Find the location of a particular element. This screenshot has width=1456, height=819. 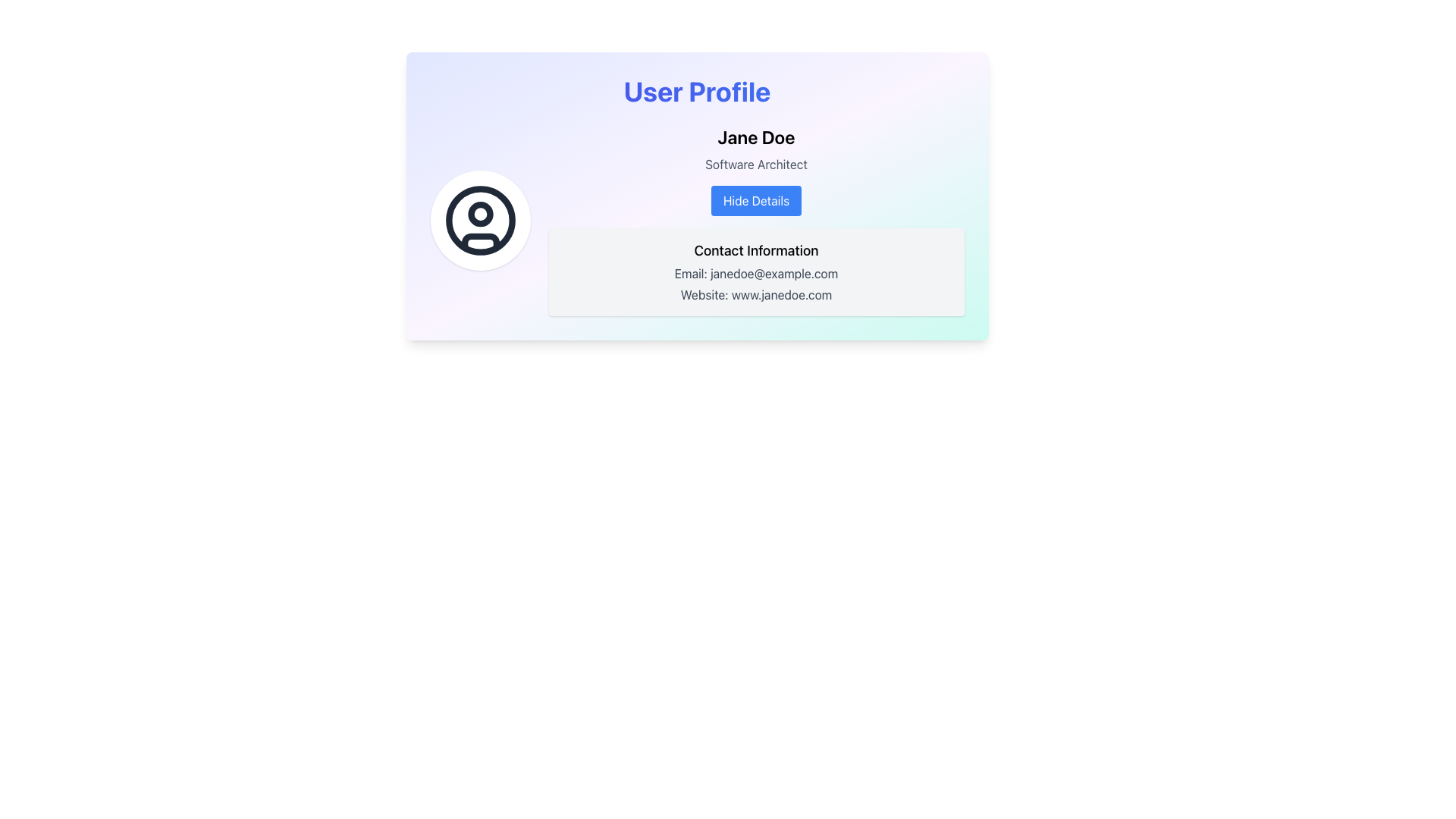

the text label displaying 'Software Architect', which is center-aligned beneath the name 'Jane Doe' is located at coordinates (756, 164).